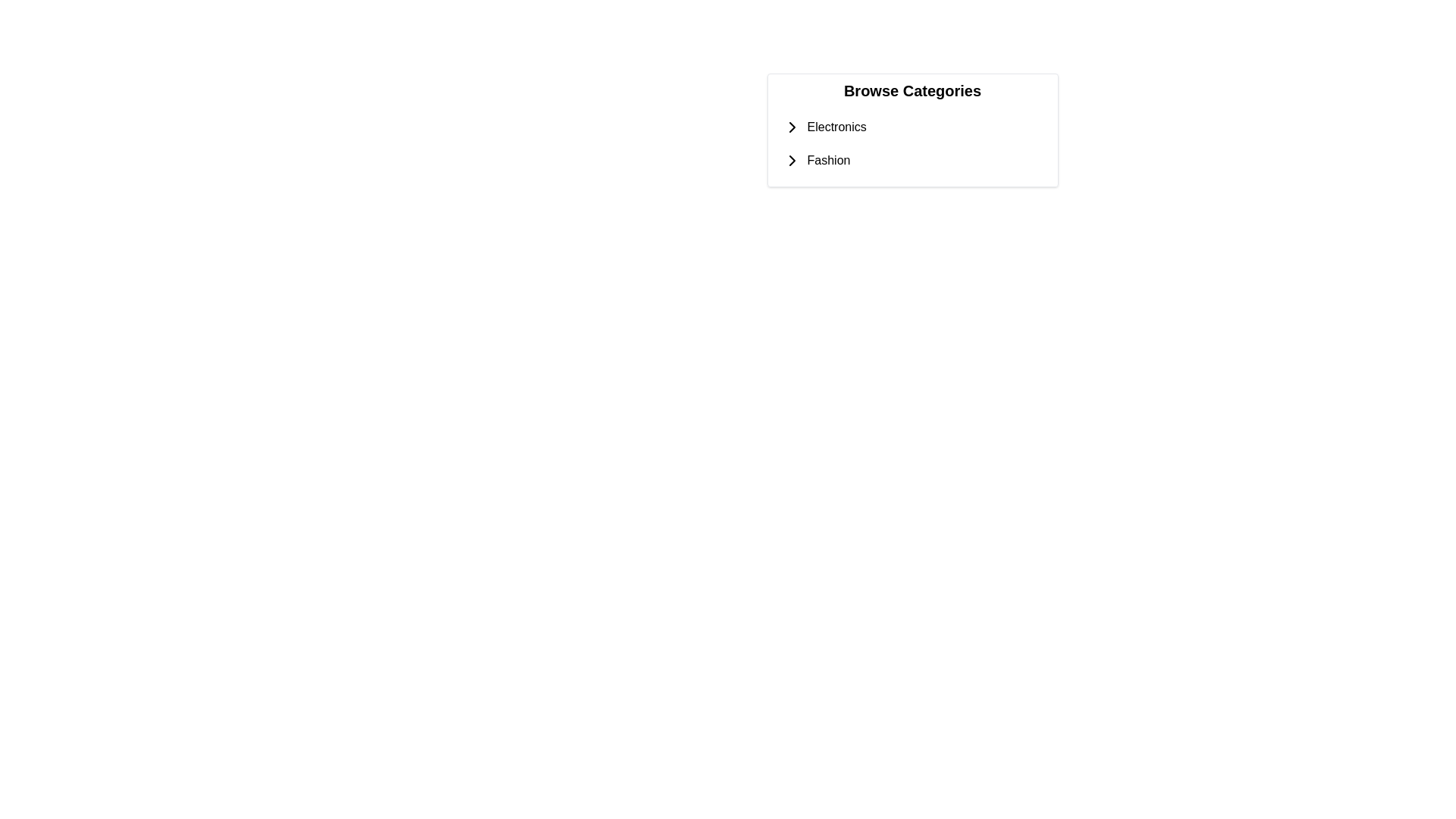  Describe the element at coordinates (828, 161) in the screenshot. I see `the 'Fashion' text label located under the 'Browse Categories' section` at that location.